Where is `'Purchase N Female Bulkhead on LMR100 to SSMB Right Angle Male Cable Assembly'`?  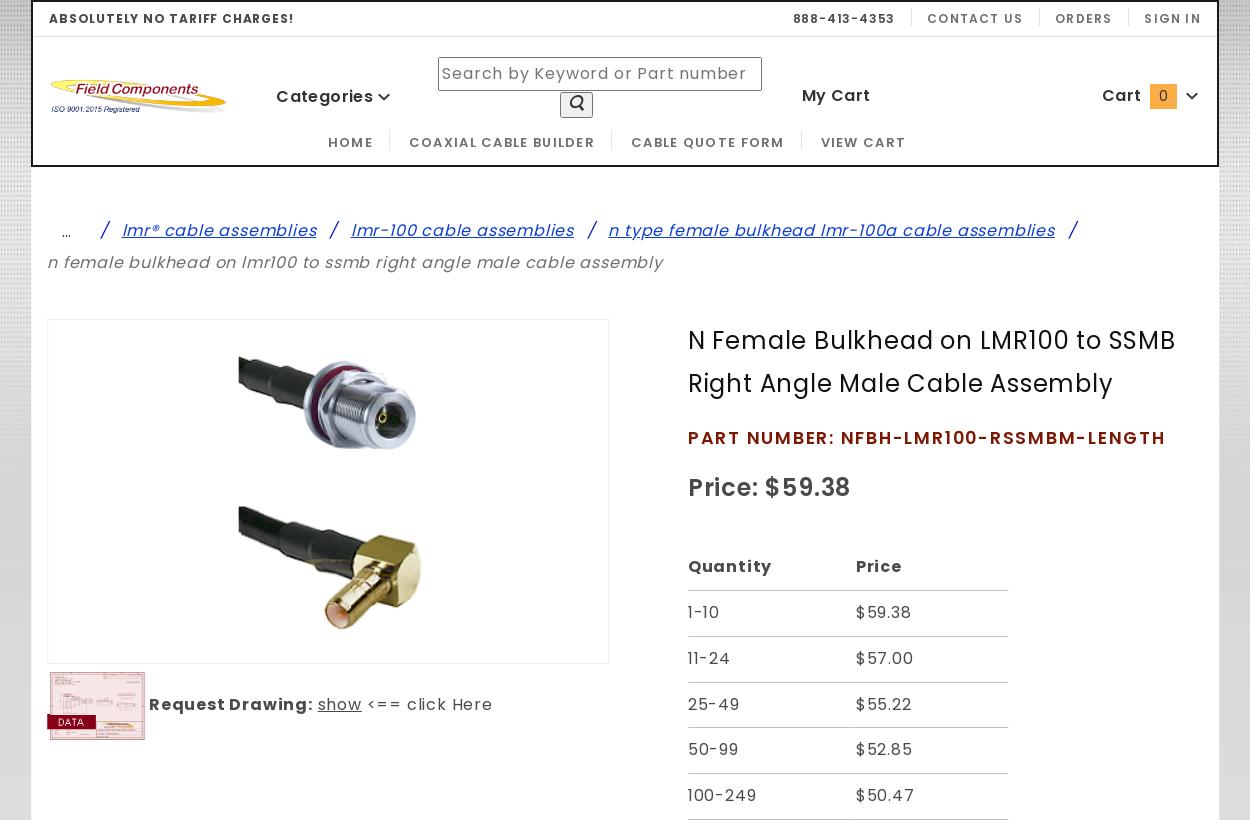 'Purchase N Female Bulkhead on LMR100 to SSMB Right Angle Male Cable Assembly' is located at coordinates (681, 474).